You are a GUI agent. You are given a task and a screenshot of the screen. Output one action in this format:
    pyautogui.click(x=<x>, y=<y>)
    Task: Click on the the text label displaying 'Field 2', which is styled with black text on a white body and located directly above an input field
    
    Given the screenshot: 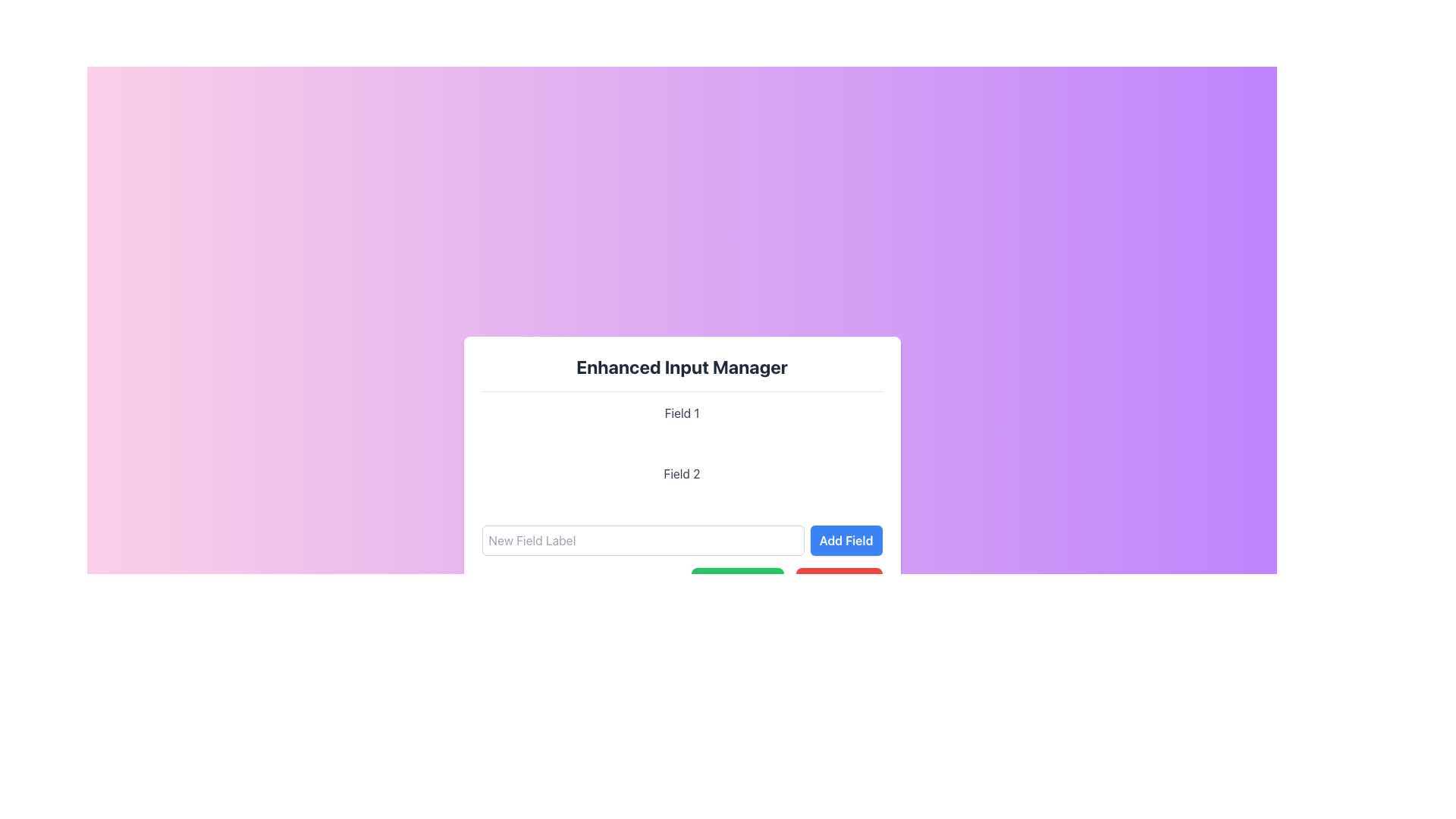 What is the action you would take?
    pyautogui.click(x=681, y=472)
    